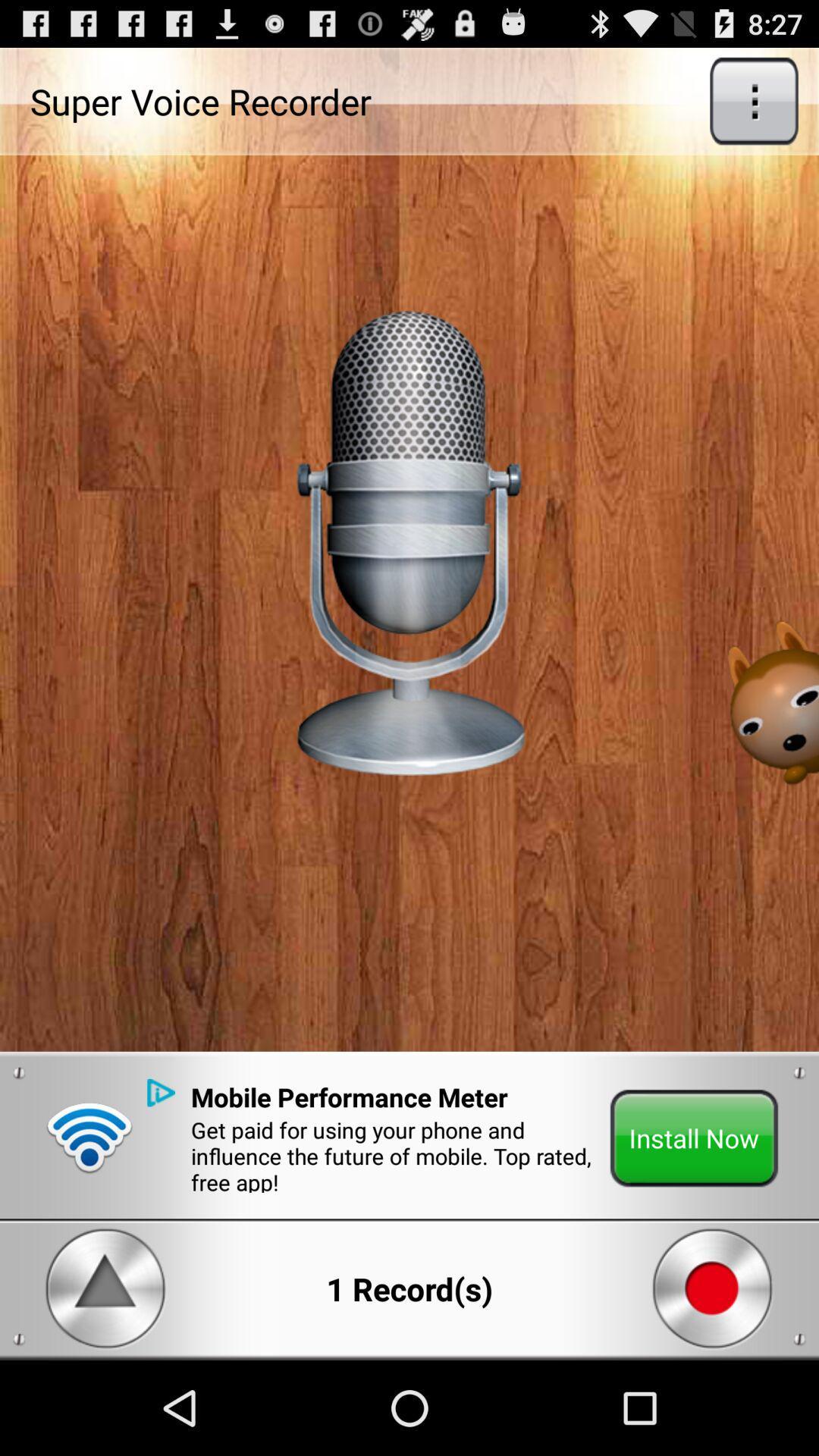 Image resolution: width=819 pixels, height=1456 pixels. Describe the element at coordinates (754, 107) in the screenshot. I see `the more icon` at that location.